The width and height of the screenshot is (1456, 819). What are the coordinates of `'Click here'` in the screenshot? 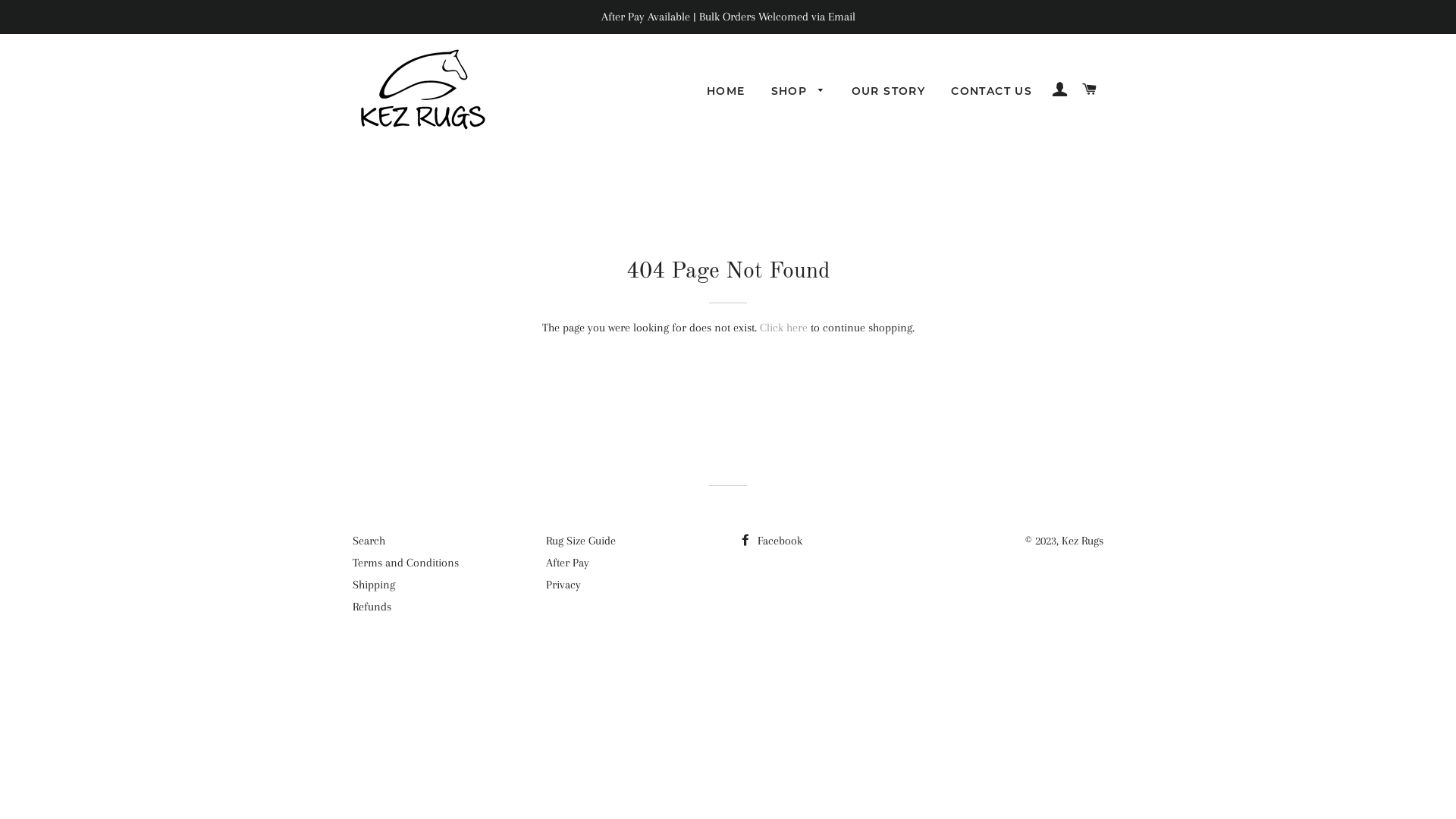 It's located at (760, 327).